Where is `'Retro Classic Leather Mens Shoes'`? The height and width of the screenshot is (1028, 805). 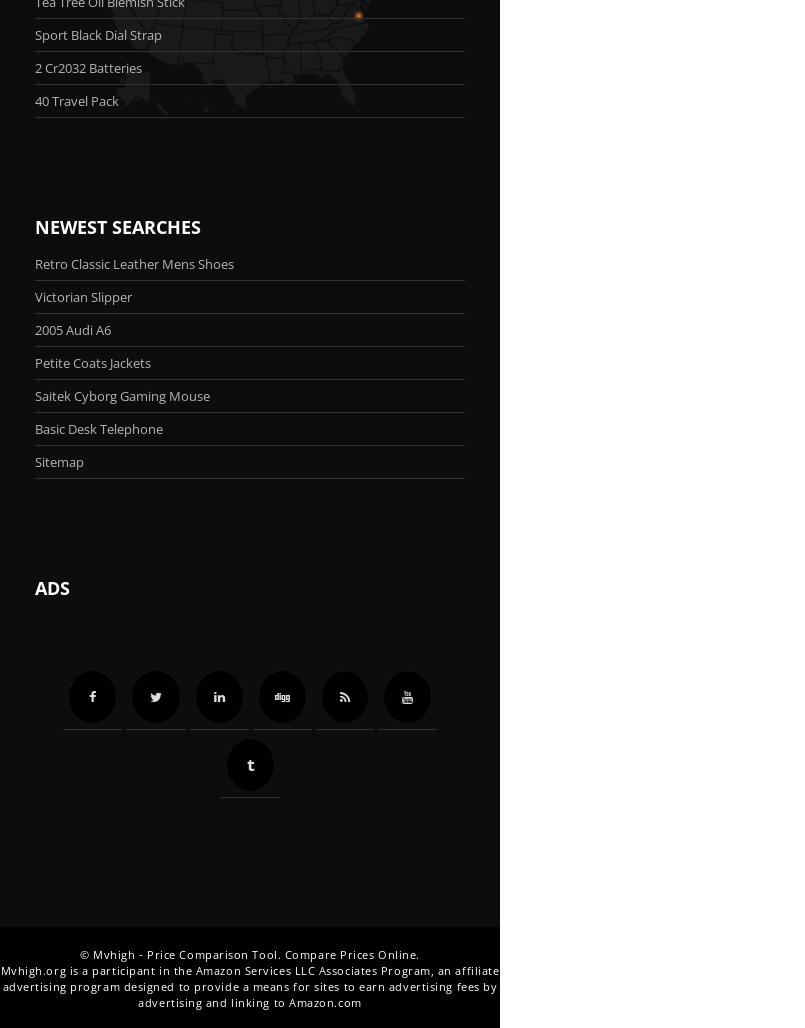
'Retro Classic Leather Mens Shoes' is located at coordinates (134, 262).